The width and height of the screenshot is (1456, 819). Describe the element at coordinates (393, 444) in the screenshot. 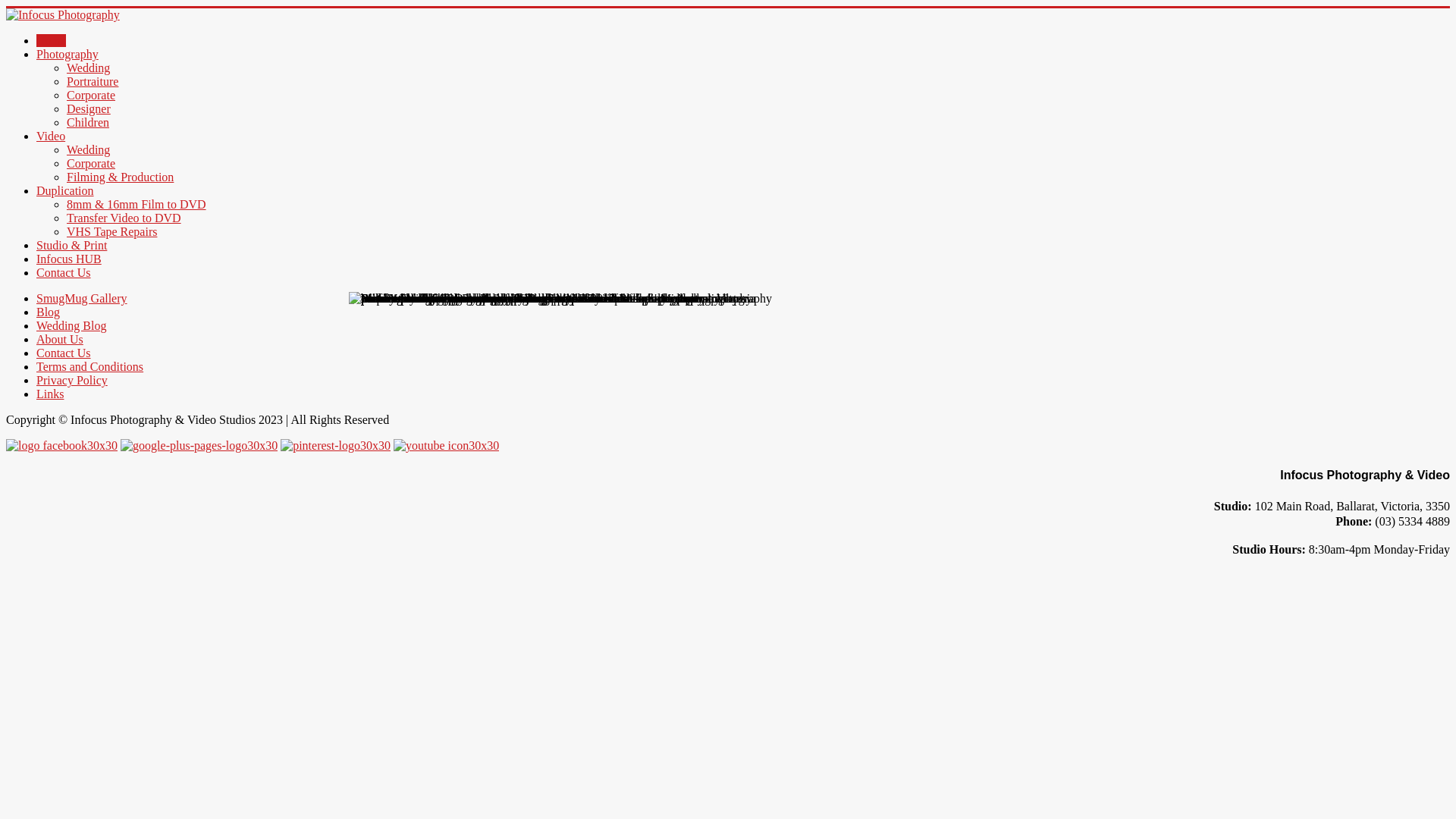

I see `'YouTube'` at that location.